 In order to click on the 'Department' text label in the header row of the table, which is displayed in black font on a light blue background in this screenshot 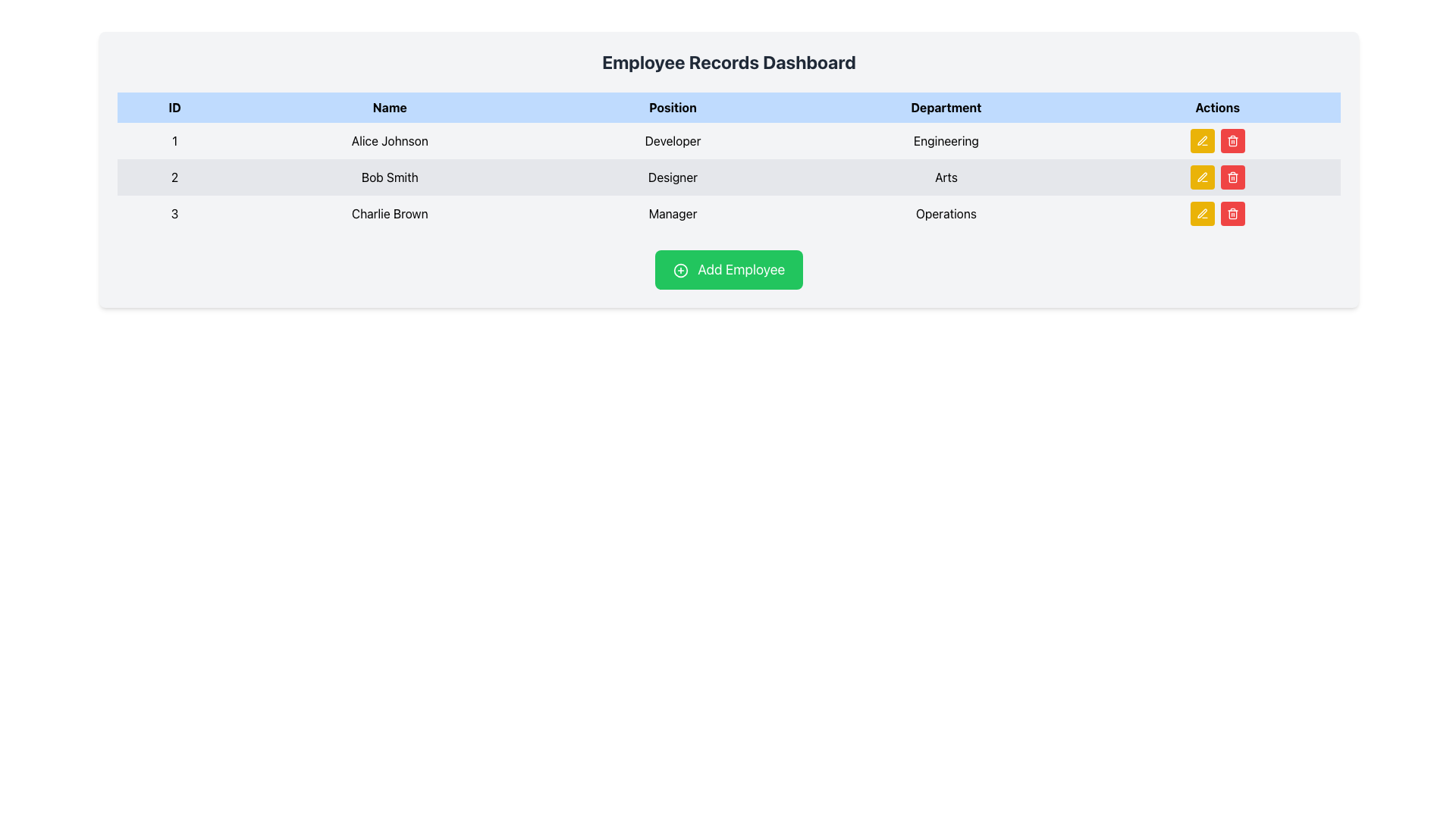, I will do `click(946, 107)`.